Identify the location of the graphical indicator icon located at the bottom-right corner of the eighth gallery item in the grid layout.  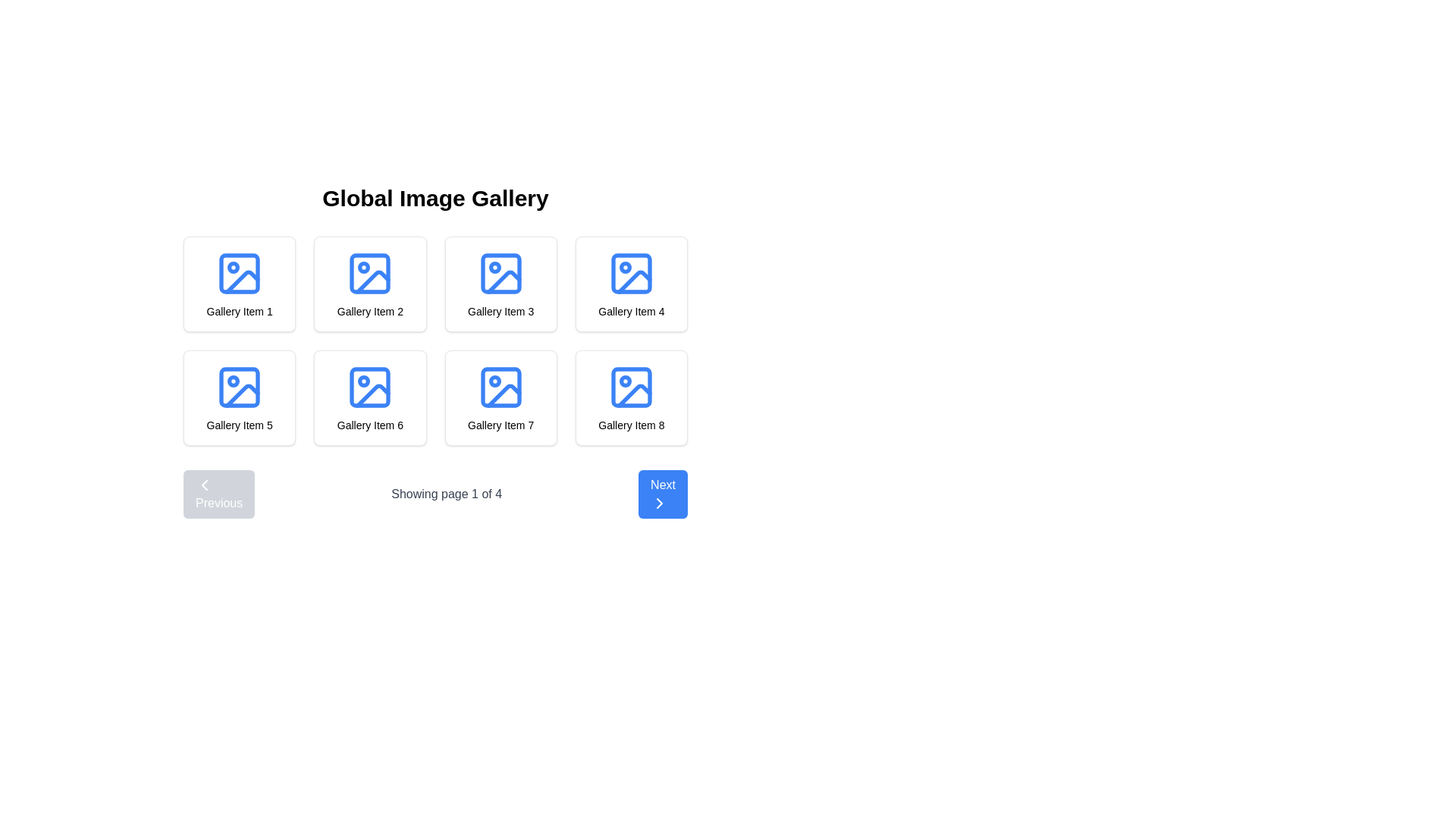
(625, 380).